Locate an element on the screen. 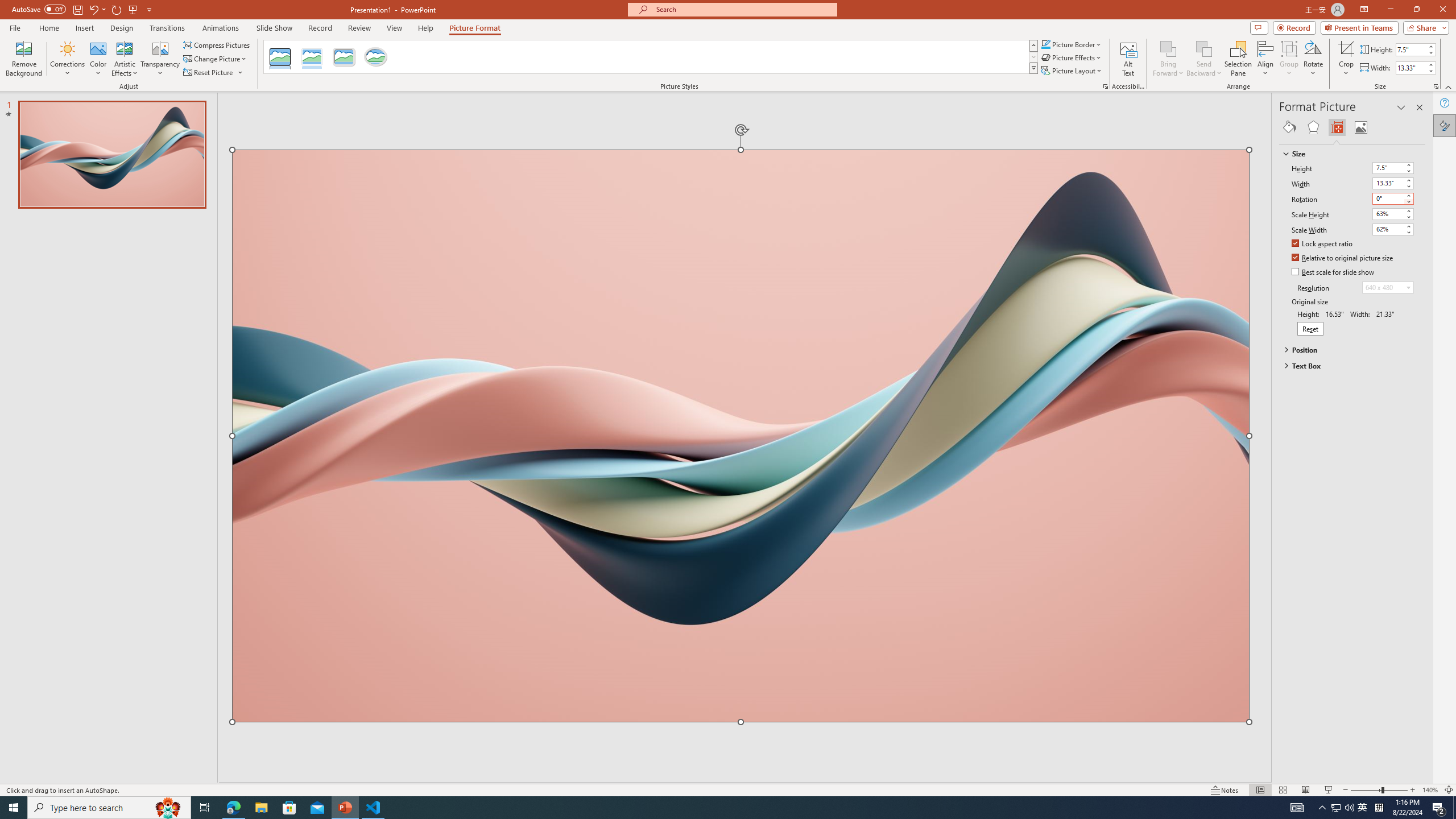 The height and width of the screenshot is (819, 1456). 'Scale Height' is located at coordinates (1387, 213).